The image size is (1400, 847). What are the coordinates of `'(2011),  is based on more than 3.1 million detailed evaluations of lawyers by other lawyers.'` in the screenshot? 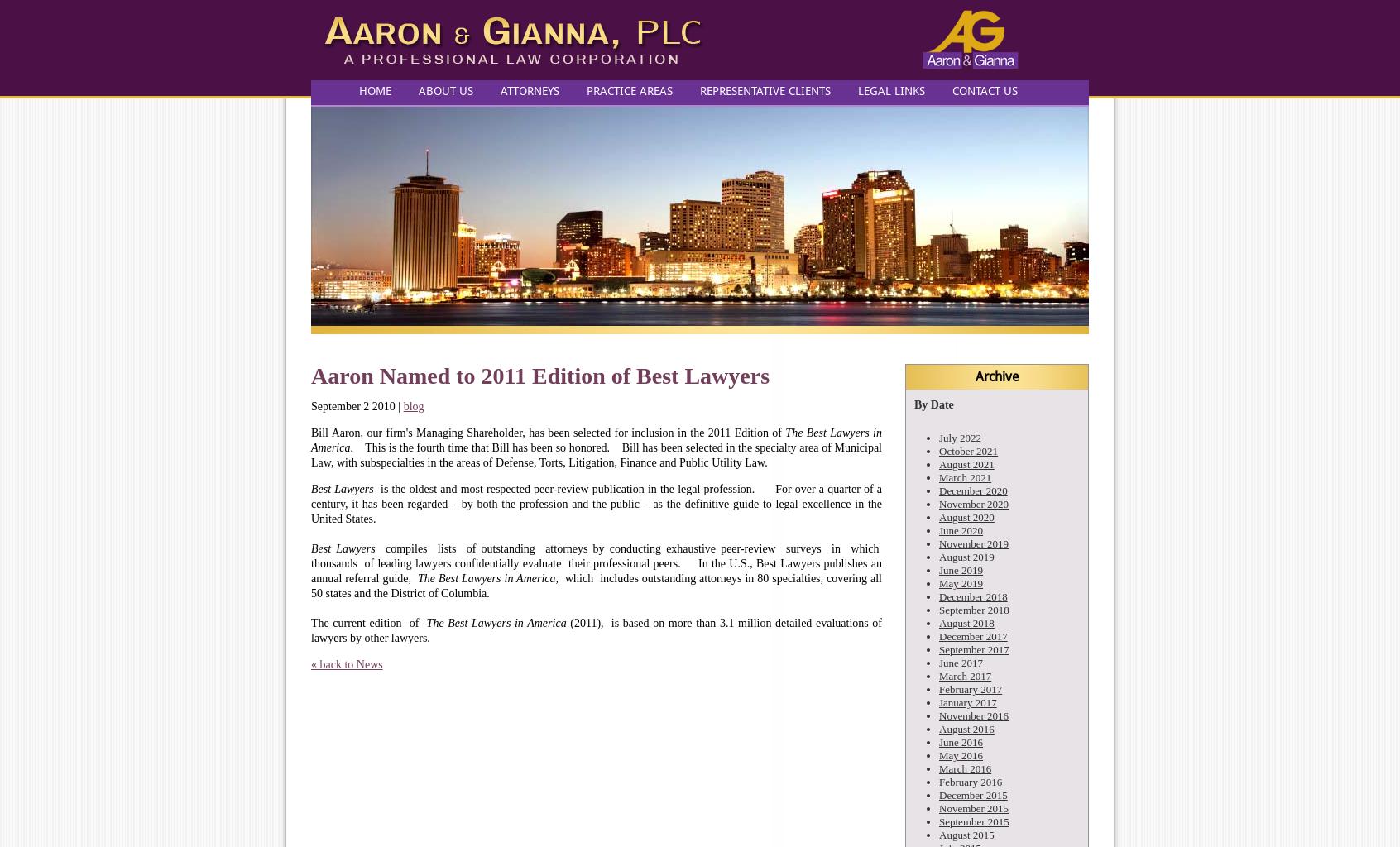 It's located at (595, 629).